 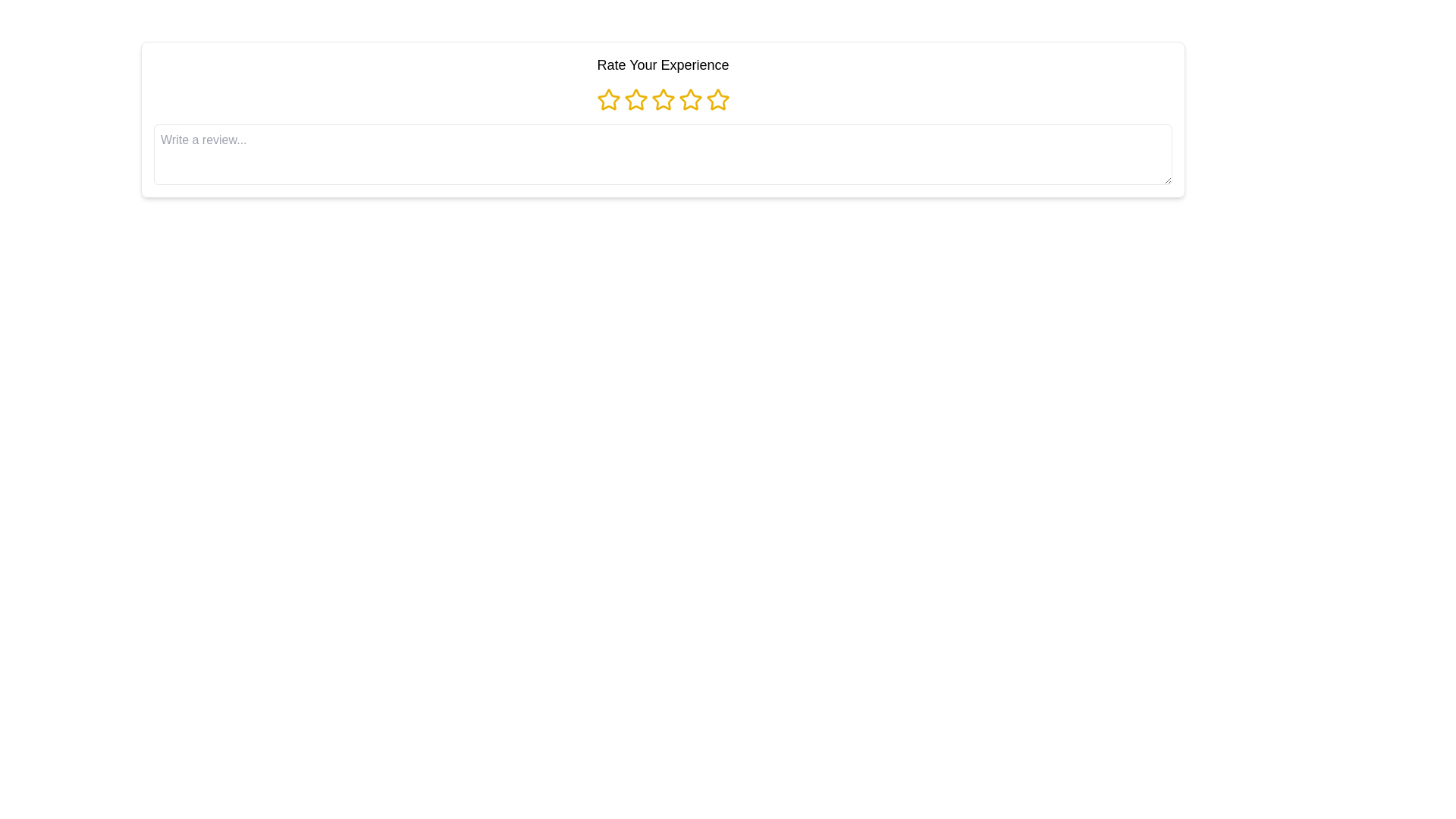 What do you see at coordinates (663, 99) in the screenshot?
I see `the third star-shaped icon in the rating component beneath the text 'Rate Your Experience'` at bounding box center [663, 99].